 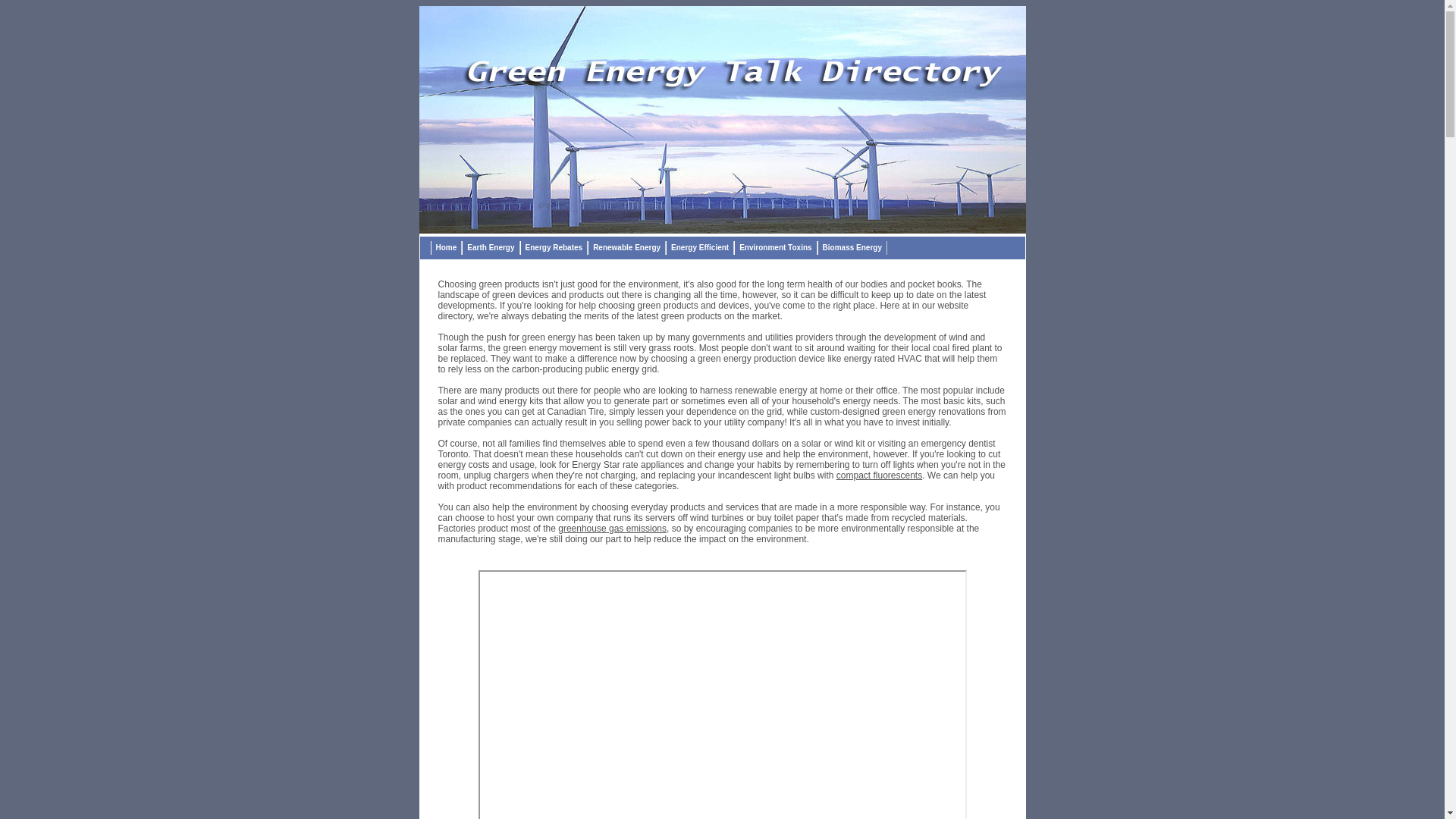 I want to click on 'Home', so click(x=429, y=247).